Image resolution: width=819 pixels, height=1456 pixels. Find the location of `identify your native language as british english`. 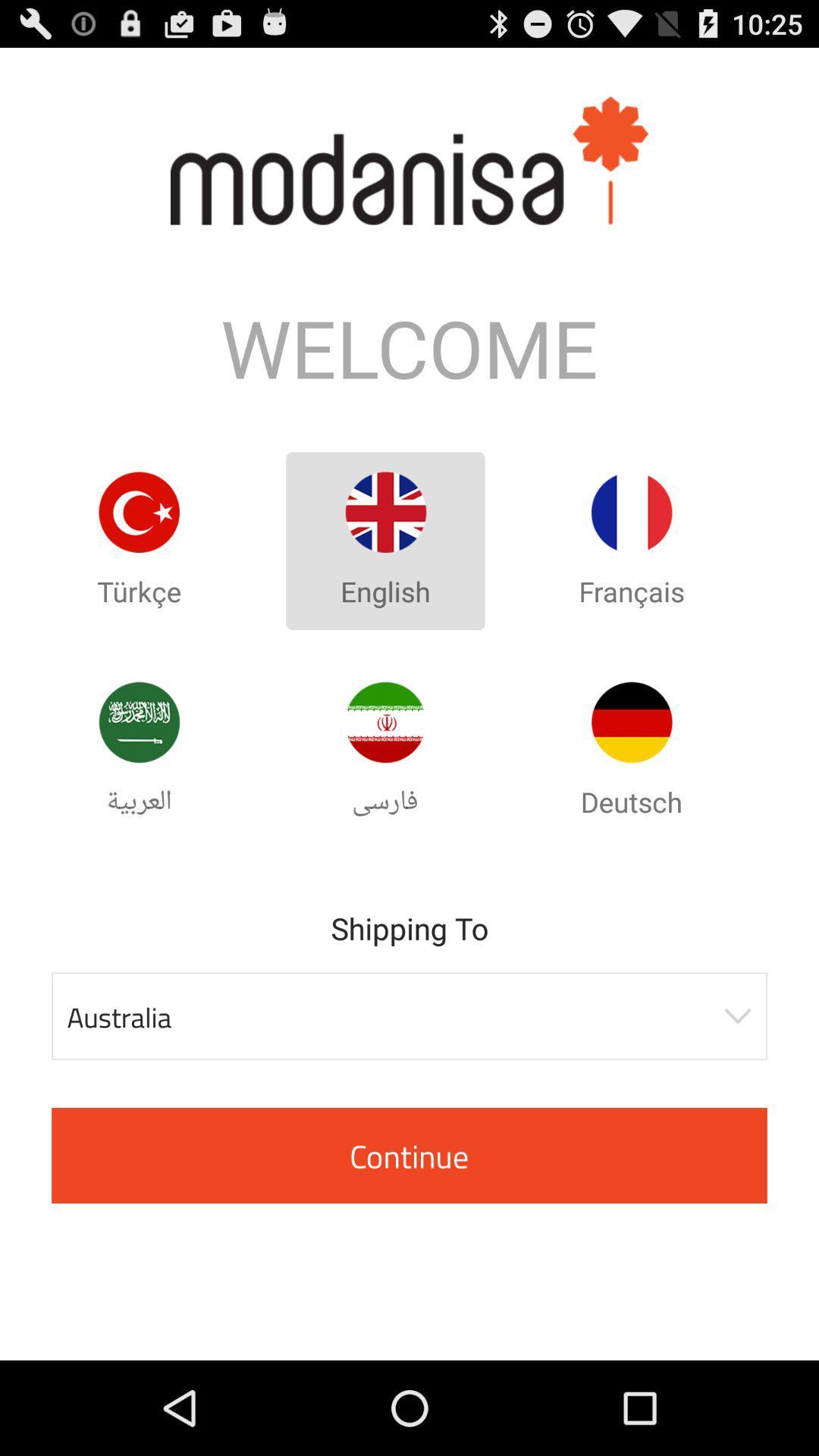

identify your native language as british english is located at coordinates (384, 512).